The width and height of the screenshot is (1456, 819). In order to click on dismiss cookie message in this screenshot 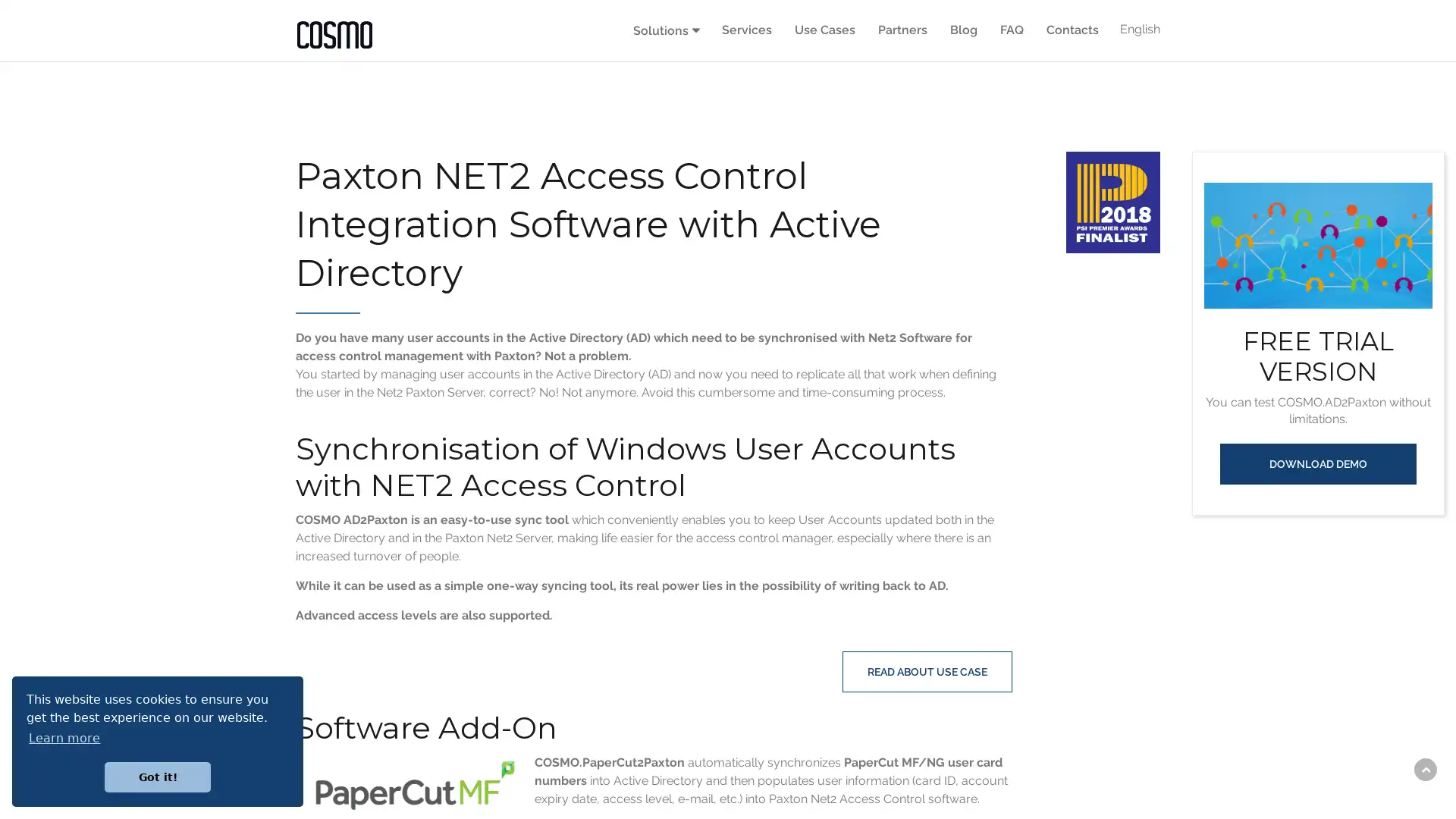, I will do `click(157, 777)`.